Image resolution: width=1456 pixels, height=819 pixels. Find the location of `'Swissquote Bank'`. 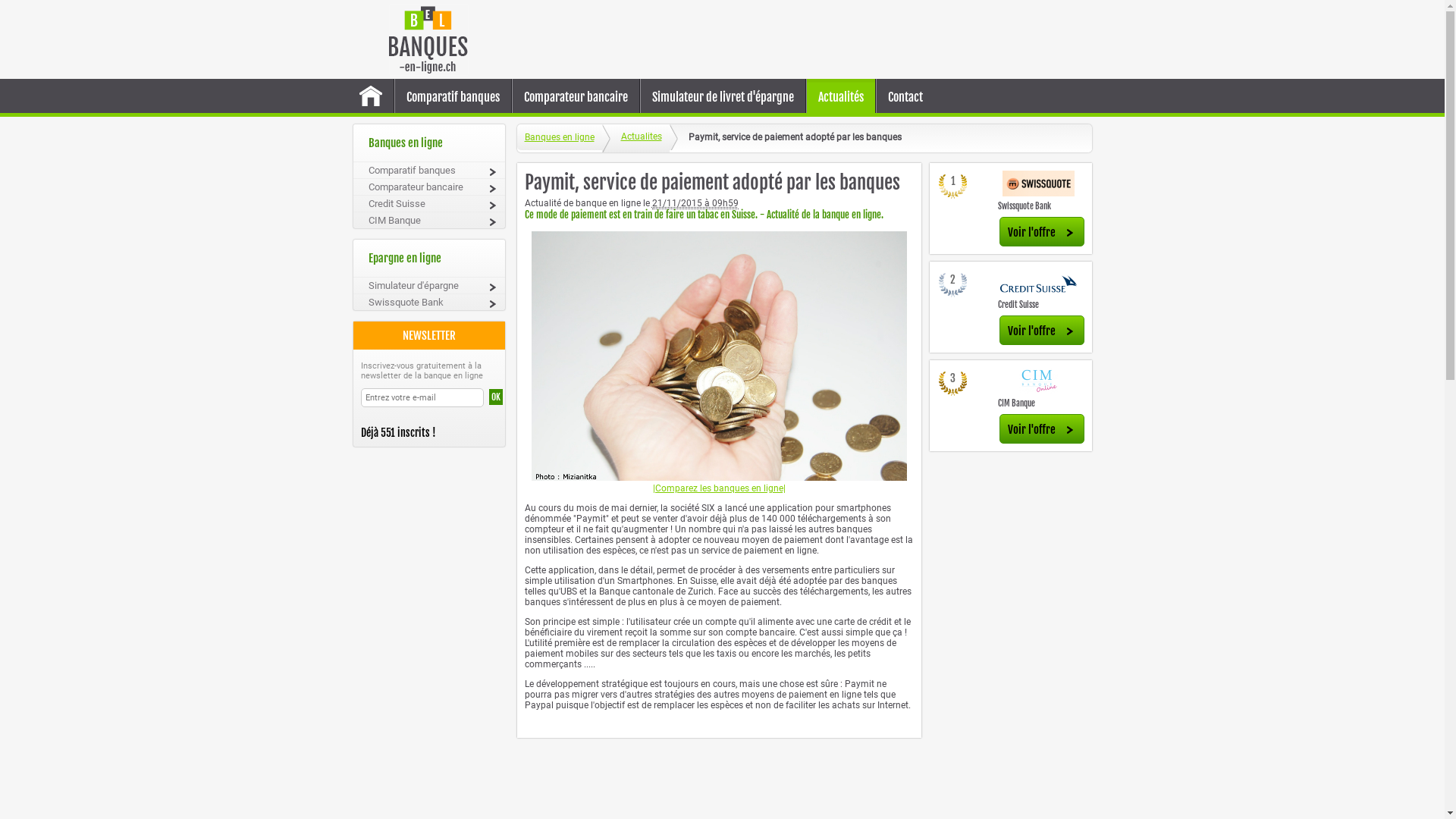

'Swissquote Bank' is located at coordinates (1024, 206).